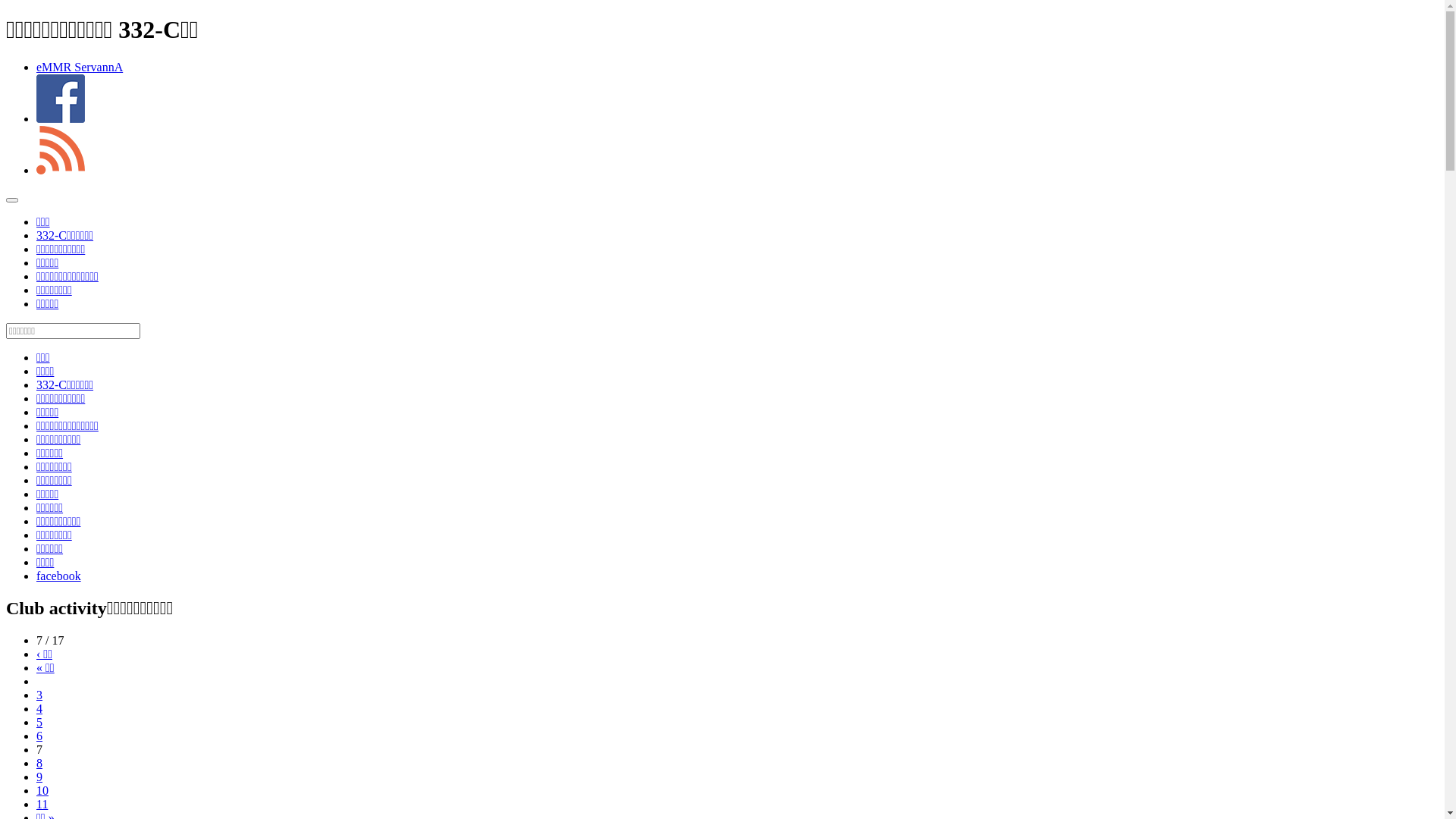 The height and width of the screenshot is (819, 1456). Describe the element at coordinates (39, 763) in the screenshot. I see `'8'` at that location.